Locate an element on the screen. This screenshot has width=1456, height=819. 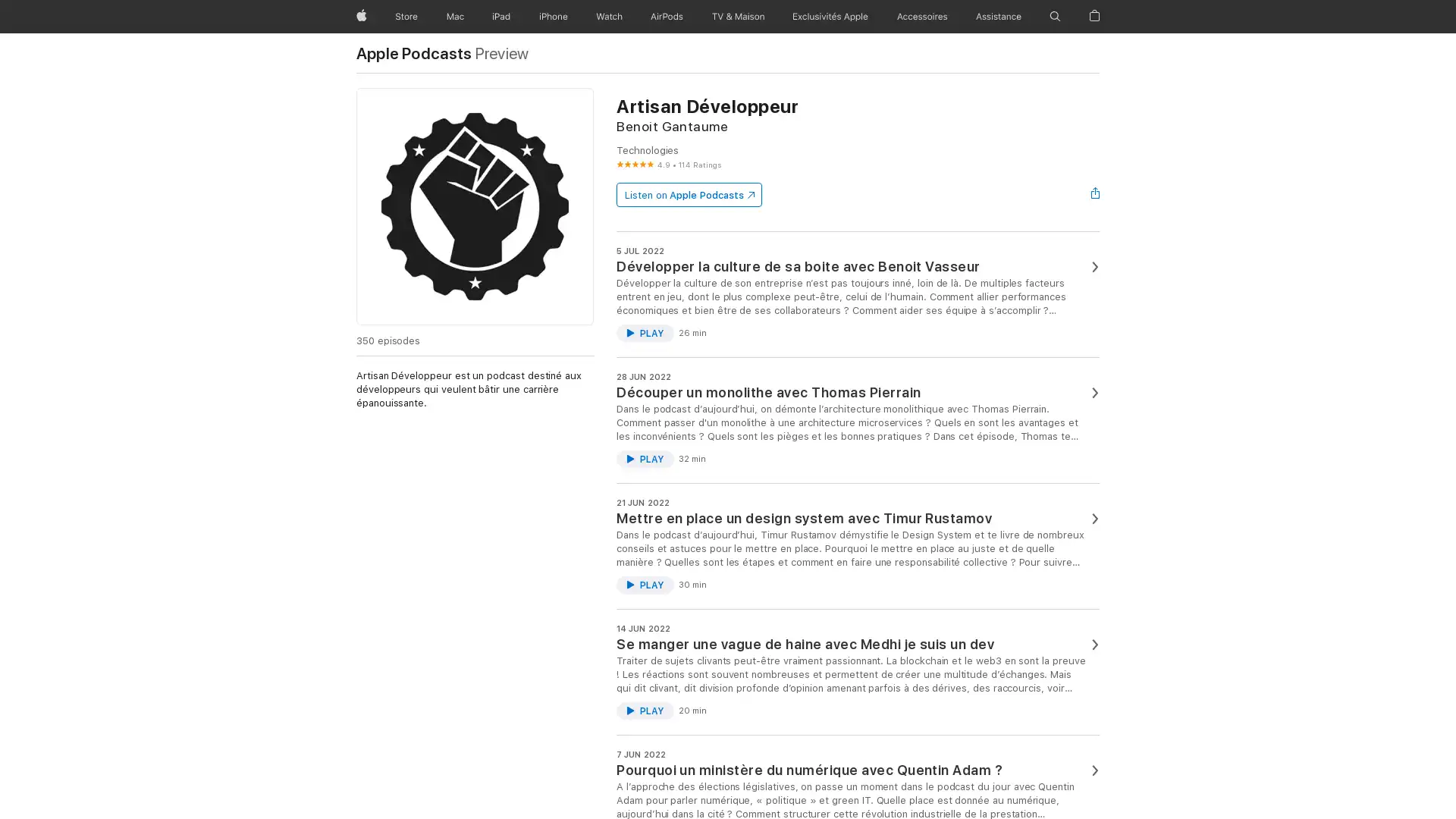
Play Se manger une vague de haine avec Medhi je suis un dev by @@podcastArtist@@ is located at coordinates (645, 711).